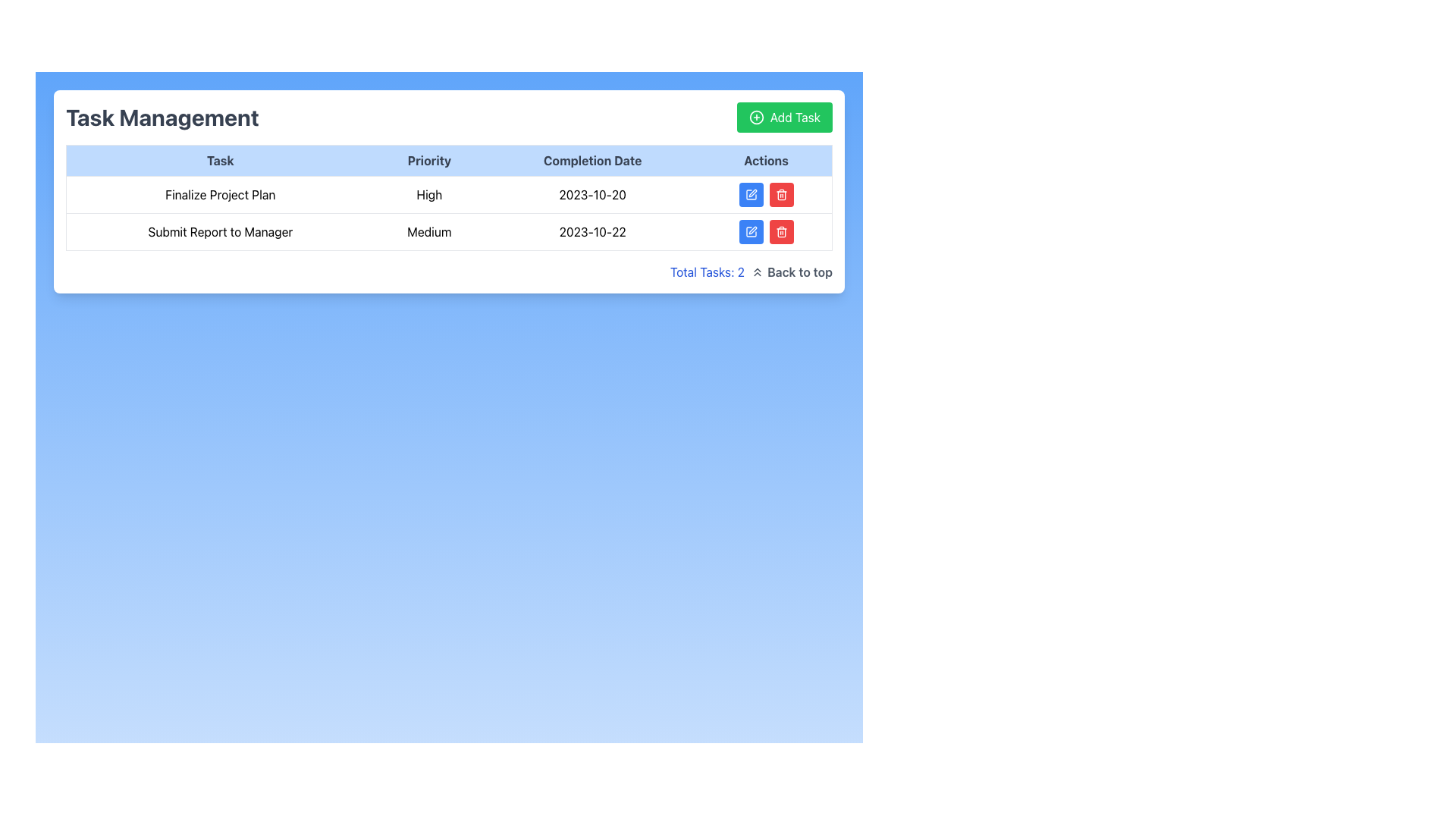 This screenshot has height=819, width=1456. What do you see at coordinates (428, 161) in the screenshot?
I see `text from the 'Priority' label, which is a bold dark gray text on a light blue background, located in the header row between 'Task' and 'Completion Date'` at bounding box center [428, 161].